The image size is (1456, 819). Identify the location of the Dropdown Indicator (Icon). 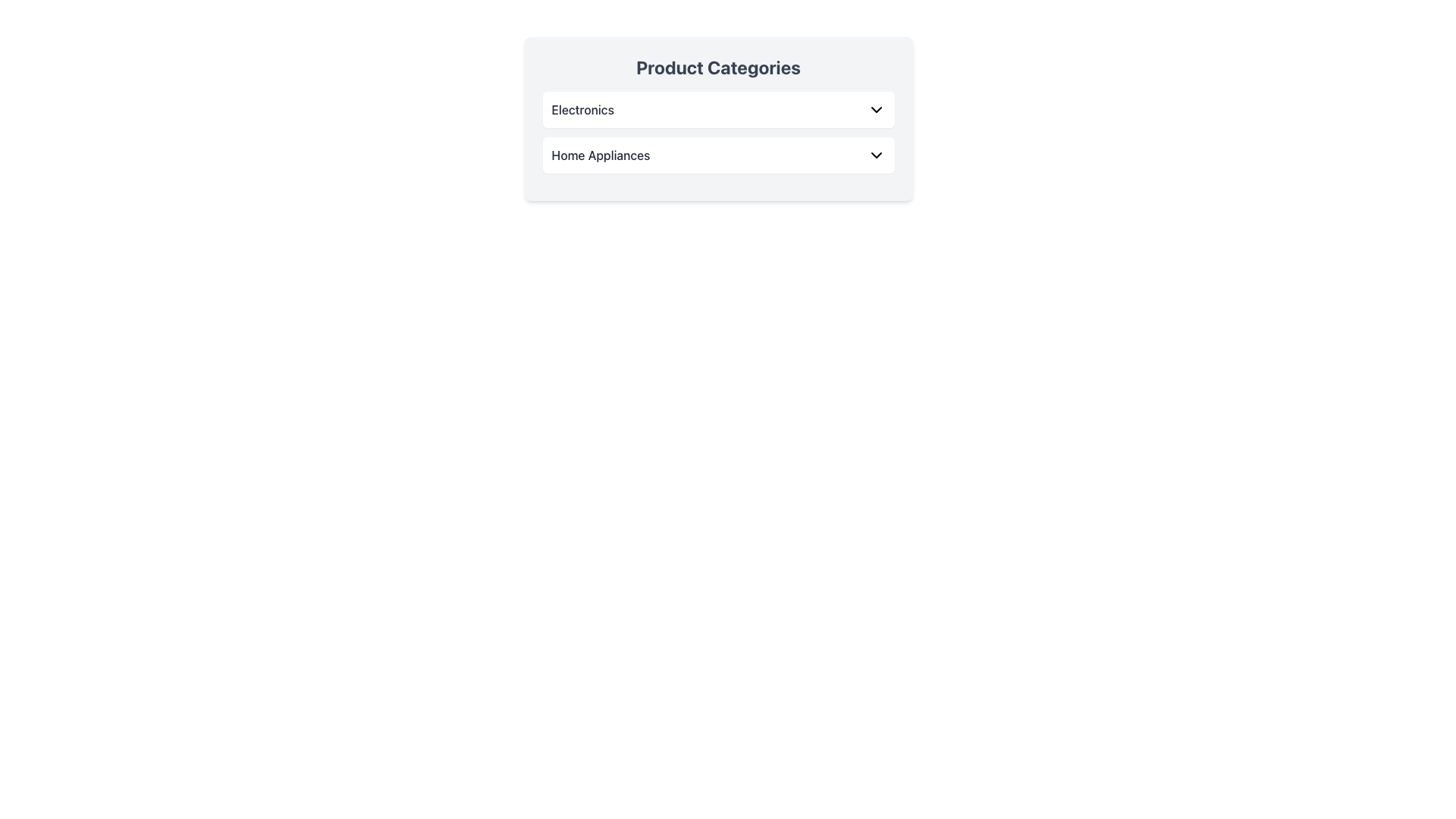
(876, 109).